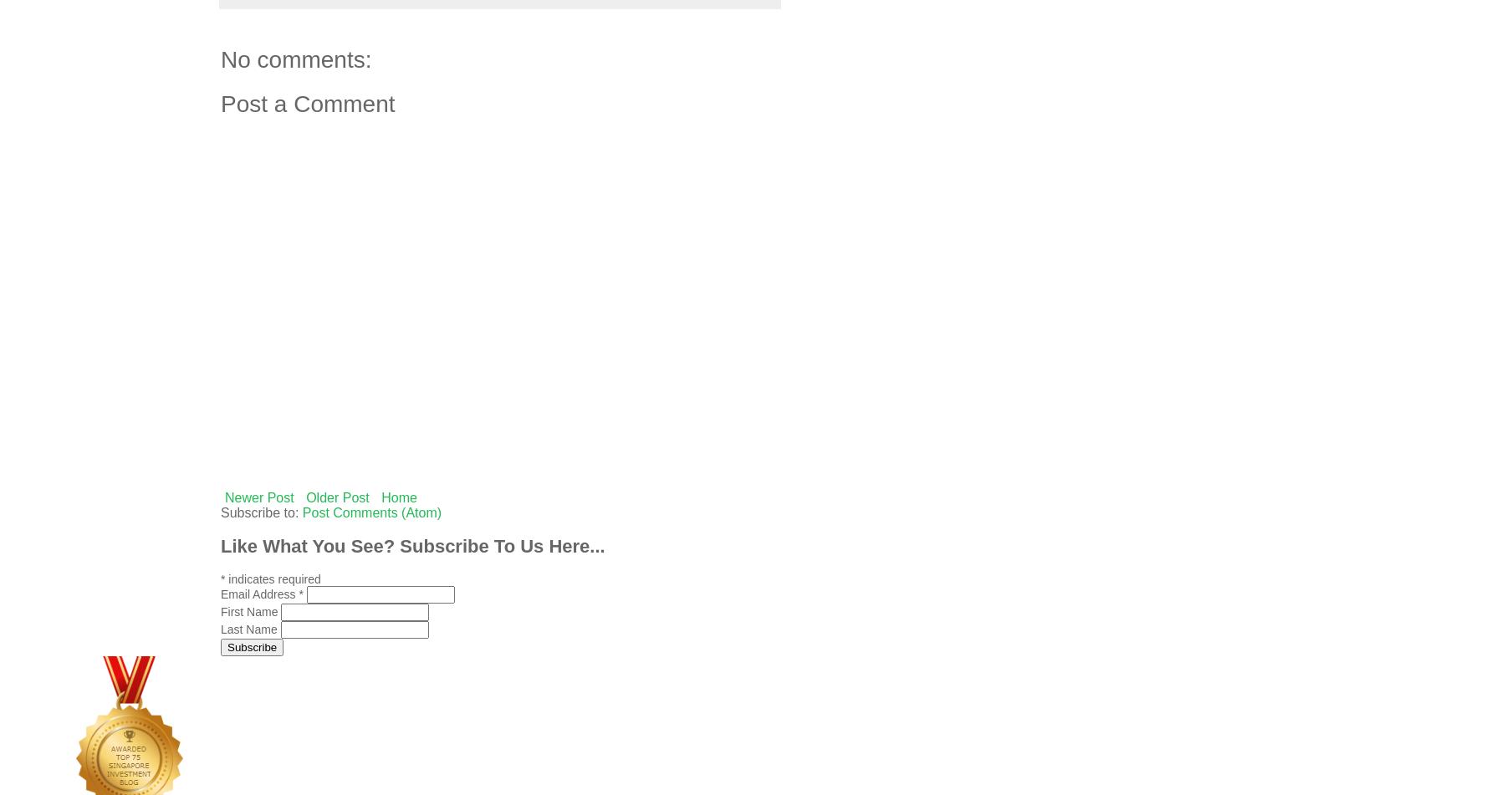 The width and height of the screenshot is (1512, 795). I want to click on 'Newer Post', so click(259, 496).